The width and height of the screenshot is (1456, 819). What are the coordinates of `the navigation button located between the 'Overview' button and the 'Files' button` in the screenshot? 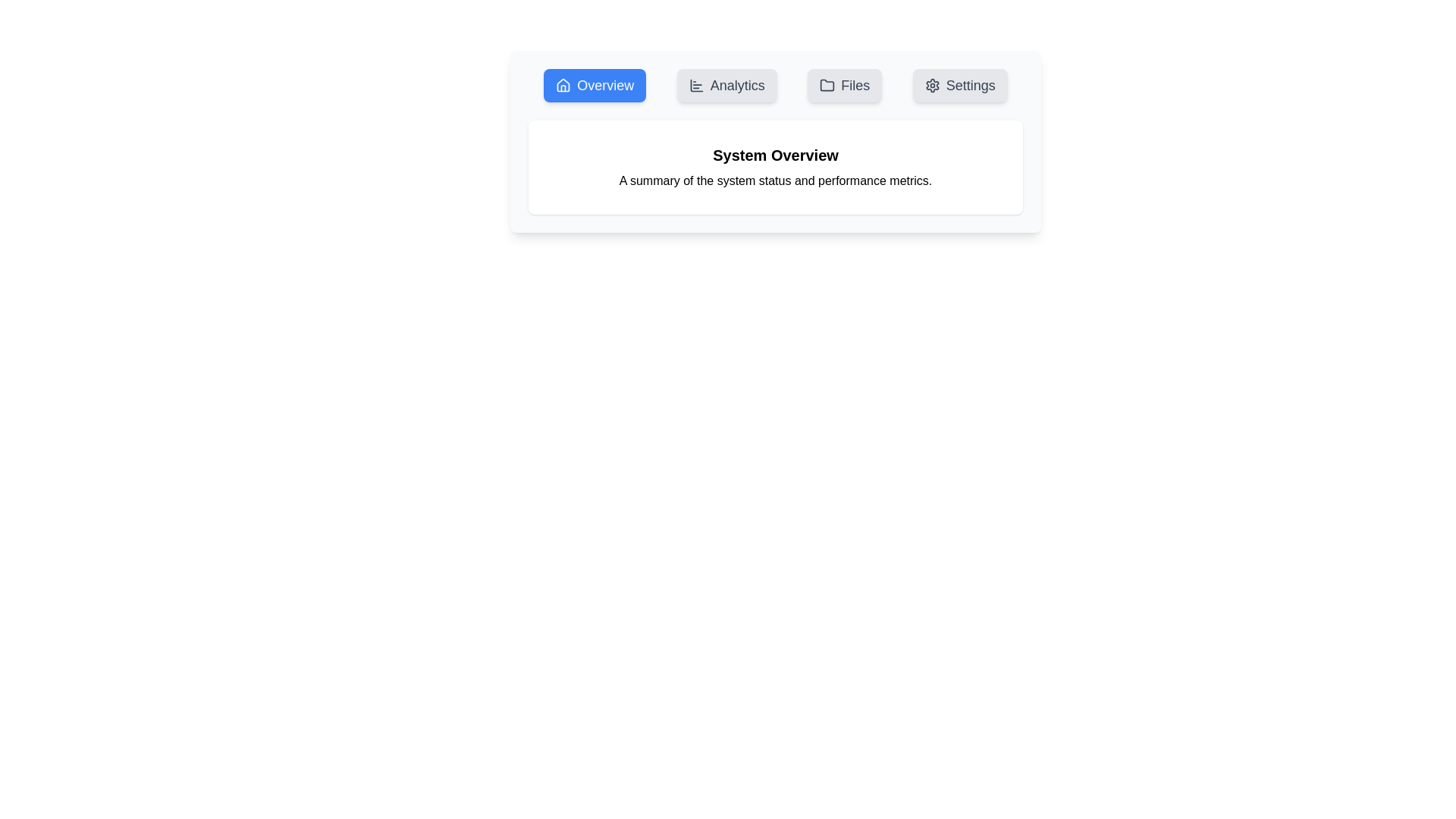 It's located at (726, 85).